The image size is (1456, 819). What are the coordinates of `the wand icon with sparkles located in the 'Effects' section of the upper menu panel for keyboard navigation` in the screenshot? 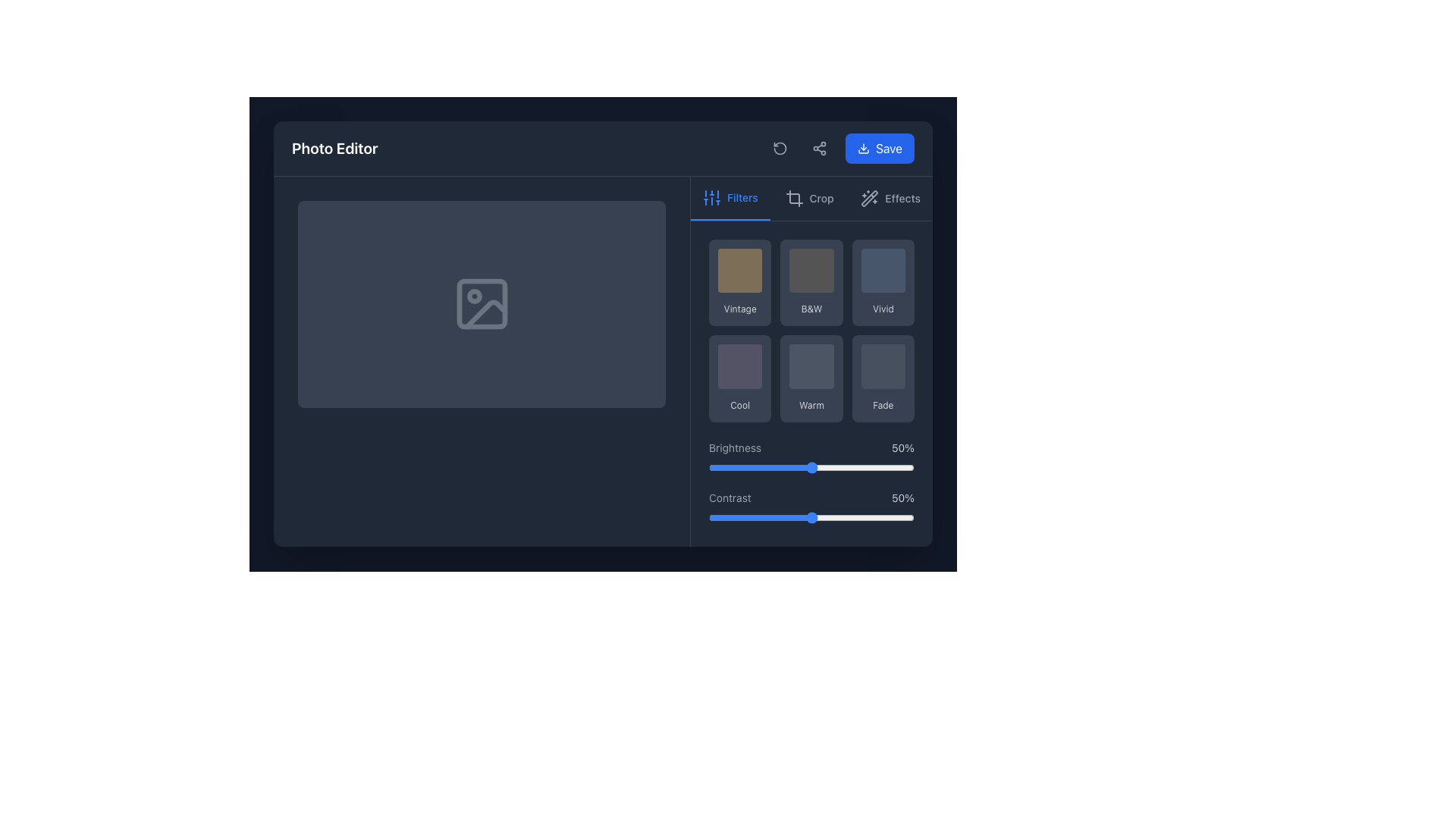 It's located at (870, 198).